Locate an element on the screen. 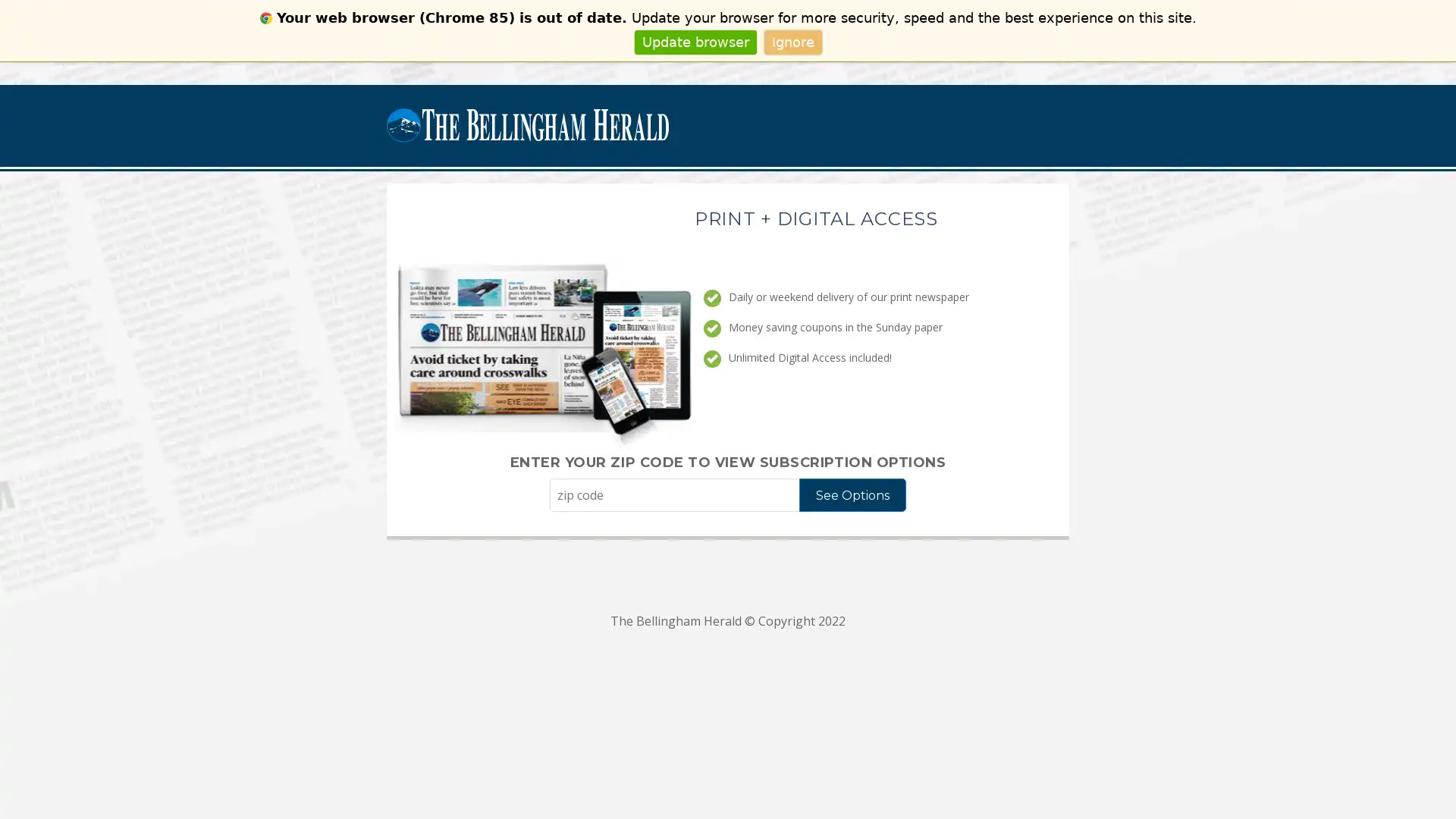  See Options is located at coordinates (852, 494).